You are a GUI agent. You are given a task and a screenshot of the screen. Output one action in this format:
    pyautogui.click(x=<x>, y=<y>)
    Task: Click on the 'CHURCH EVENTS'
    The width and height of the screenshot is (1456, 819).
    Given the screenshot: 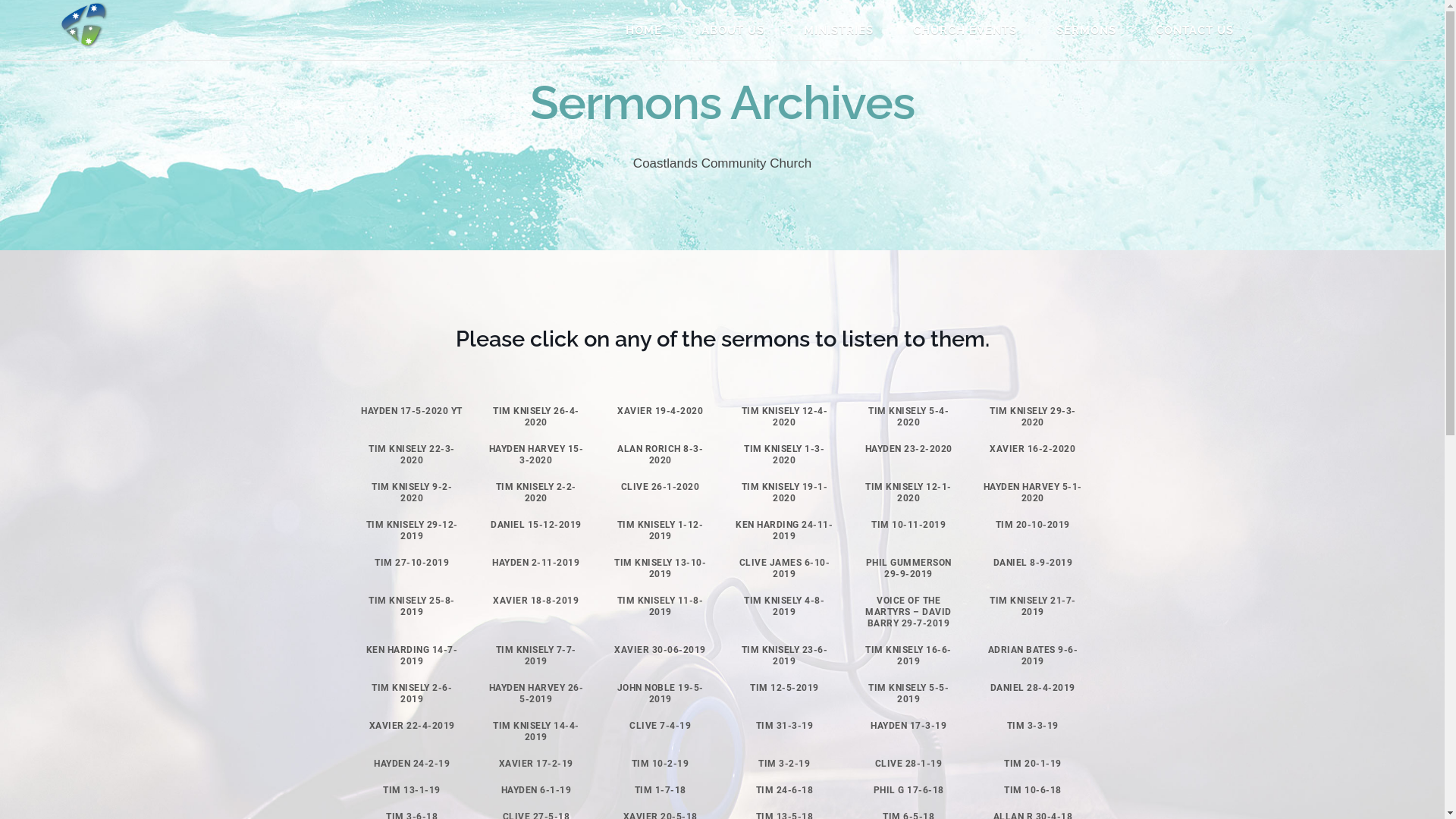 What is the action you would take?
    pyautogui.click(x=971, y=30)
    